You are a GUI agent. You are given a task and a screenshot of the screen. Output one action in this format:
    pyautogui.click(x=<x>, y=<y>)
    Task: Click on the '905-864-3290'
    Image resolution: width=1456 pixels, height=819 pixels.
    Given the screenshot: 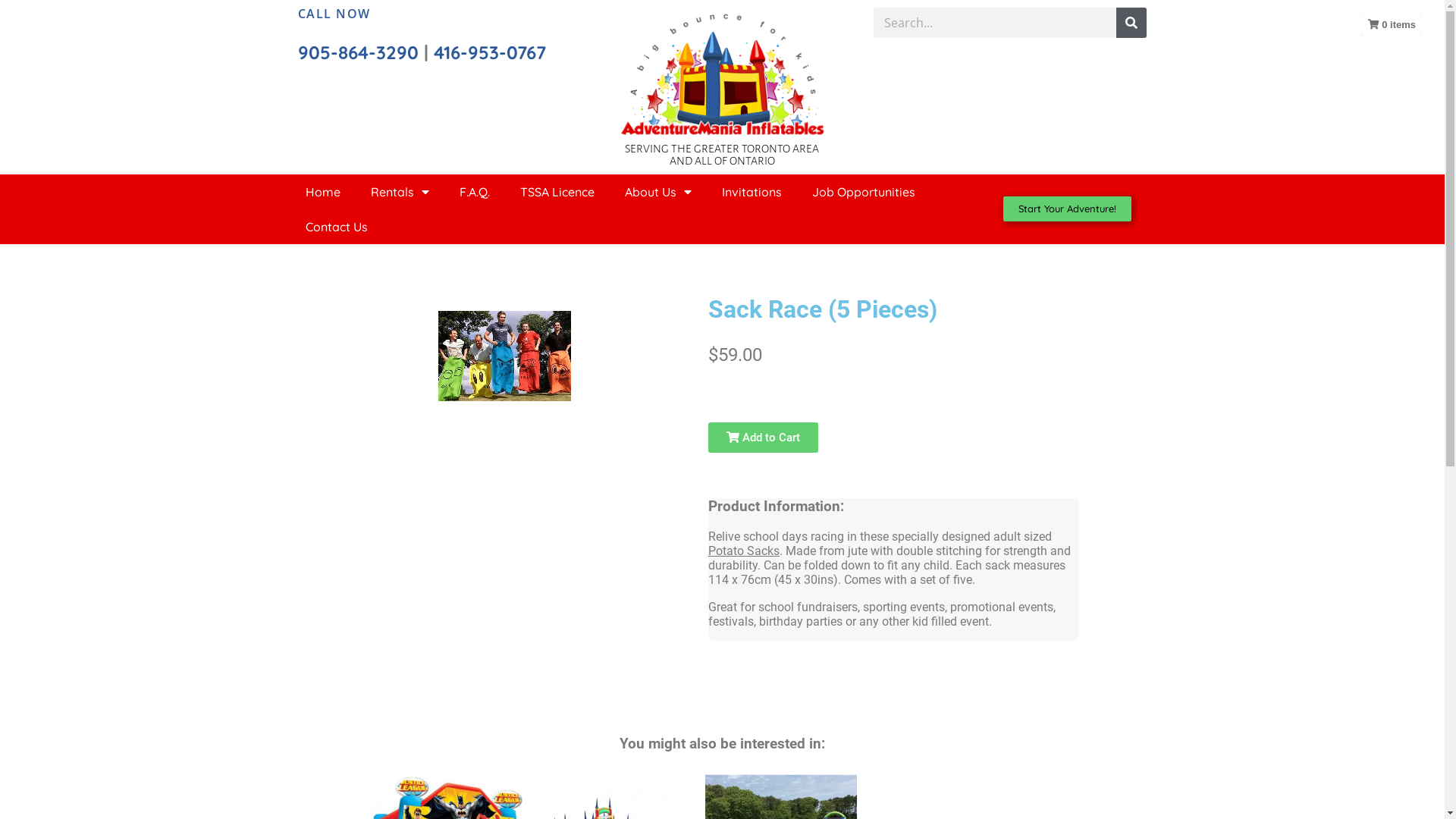 What is the action you would take?
    pyautogui.click(x=297, y=52)
    